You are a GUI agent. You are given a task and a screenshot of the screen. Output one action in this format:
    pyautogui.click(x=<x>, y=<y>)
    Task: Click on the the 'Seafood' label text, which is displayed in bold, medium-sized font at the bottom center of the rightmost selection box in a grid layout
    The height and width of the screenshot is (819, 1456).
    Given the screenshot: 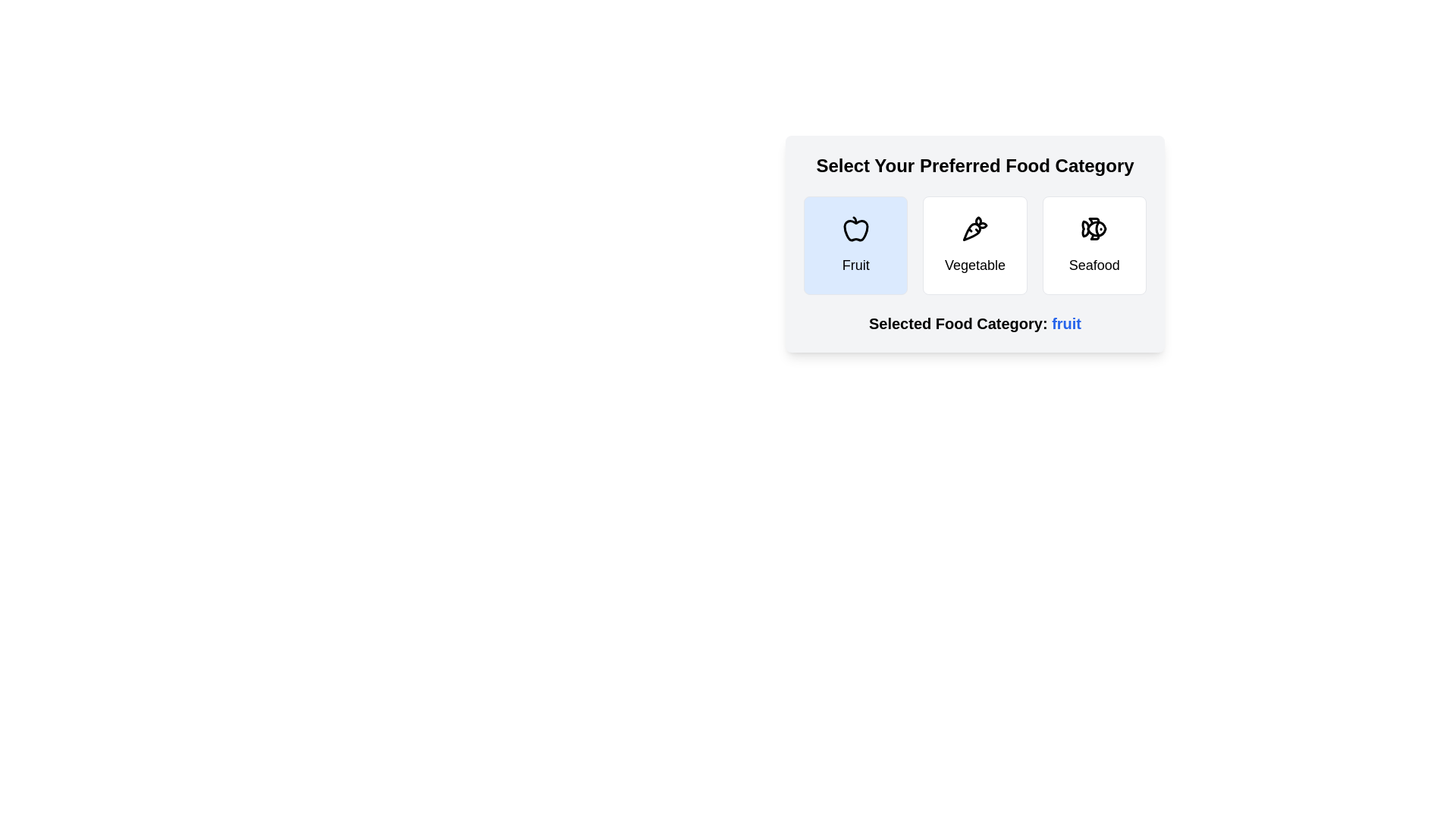 What is the action you would take?
    pyautogui.click(x=1094, y=265)
    